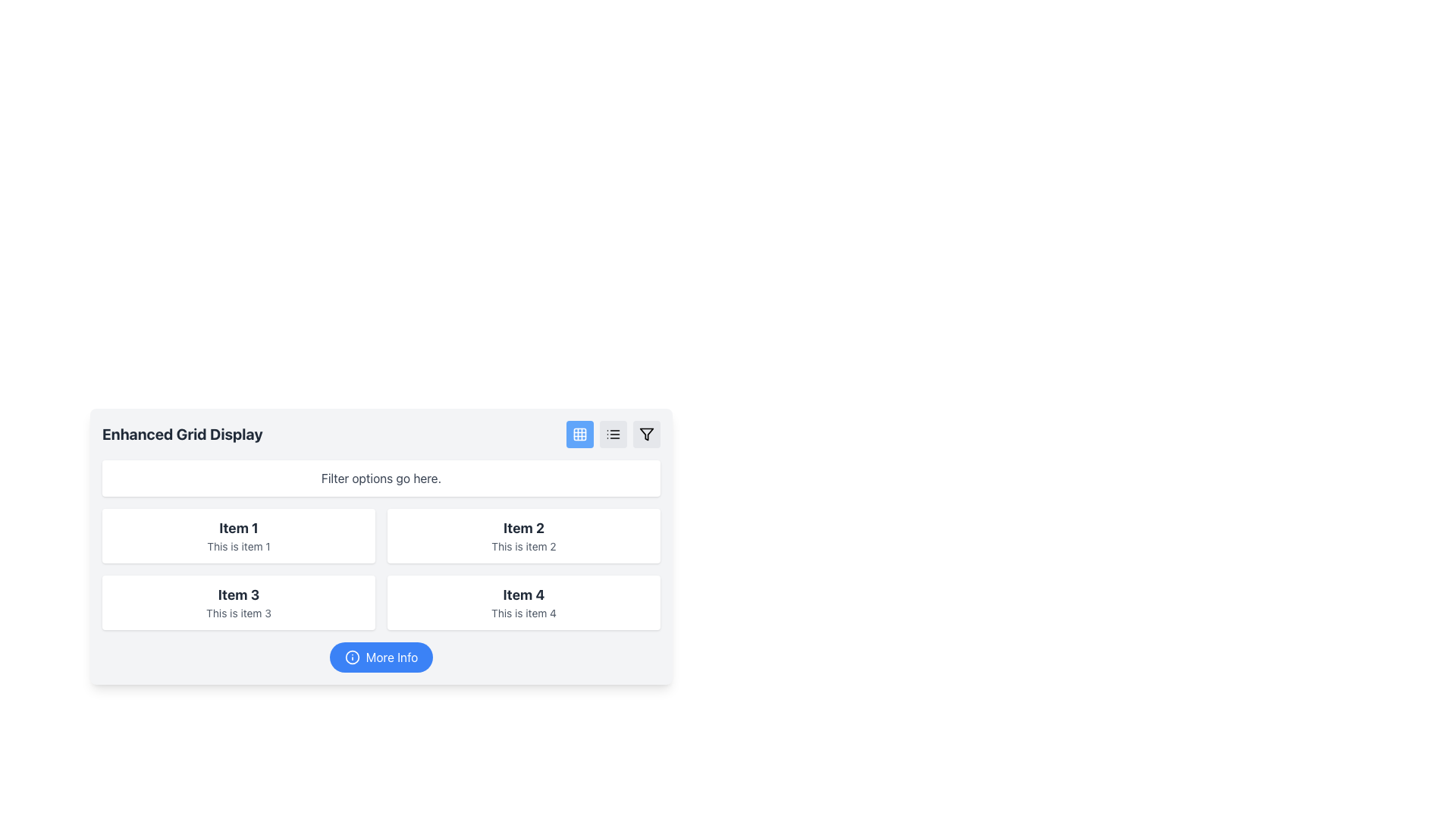 This screenshot has width=1456, height=819. I want to click on the text label displaying 'Item 4', which is styled with a bold font and is located in the second row, fourth column of the grid layout, so click(524, 595).